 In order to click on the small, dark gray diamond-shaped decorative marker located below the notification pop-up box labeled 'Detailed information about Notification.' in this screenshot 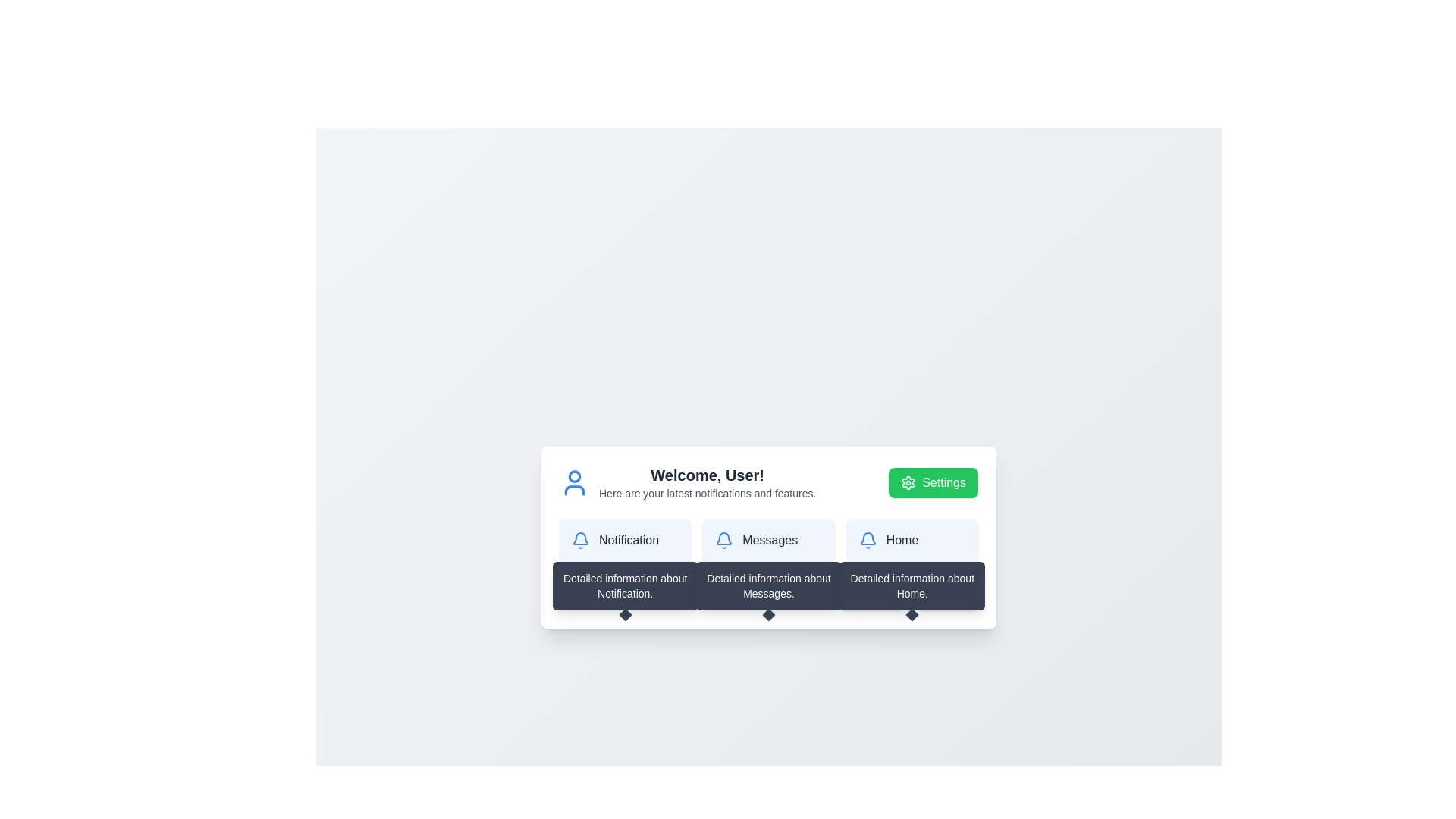, I will do `click(625, 614)`.